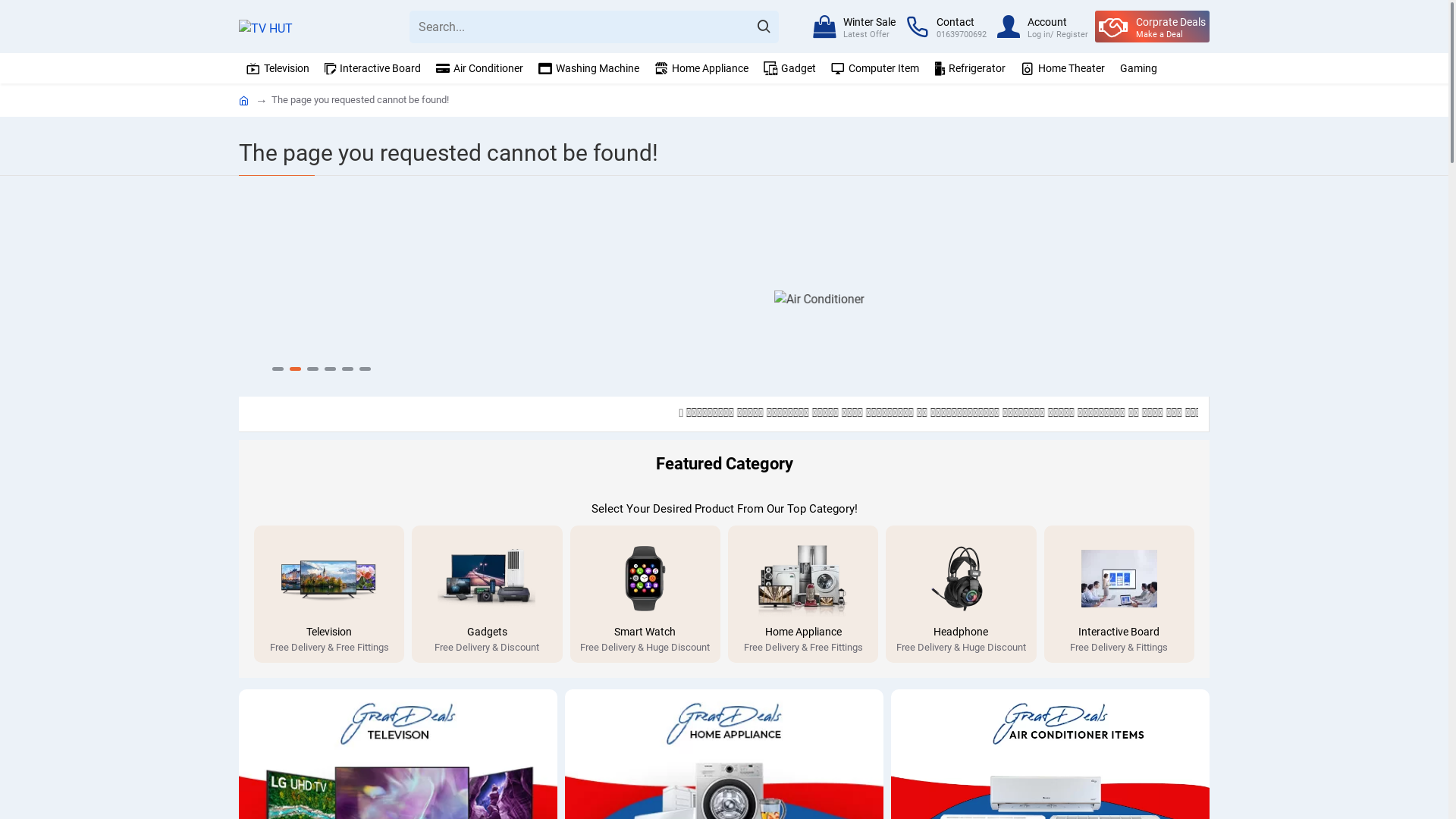 The height and width of the screenshot is (819, 1456). I want to click on 'Gaming', so click(1136, 67).